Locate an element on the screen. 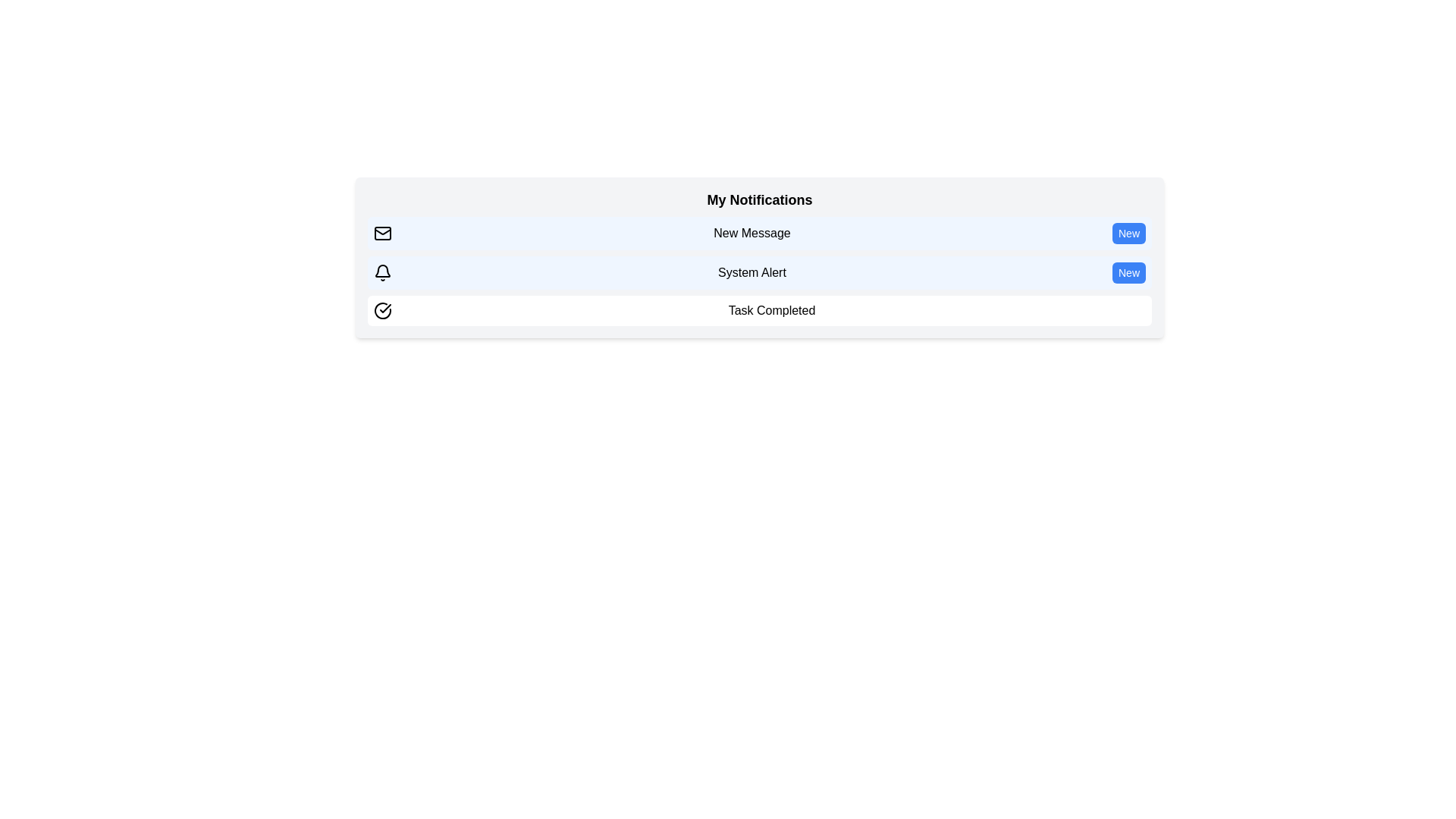 Image resolution: width=1456 pixels, height=819 pixels. the 'Task Completed' notification item located in the third row of the 'My Notifications' list is located at coordinates (760, 309).